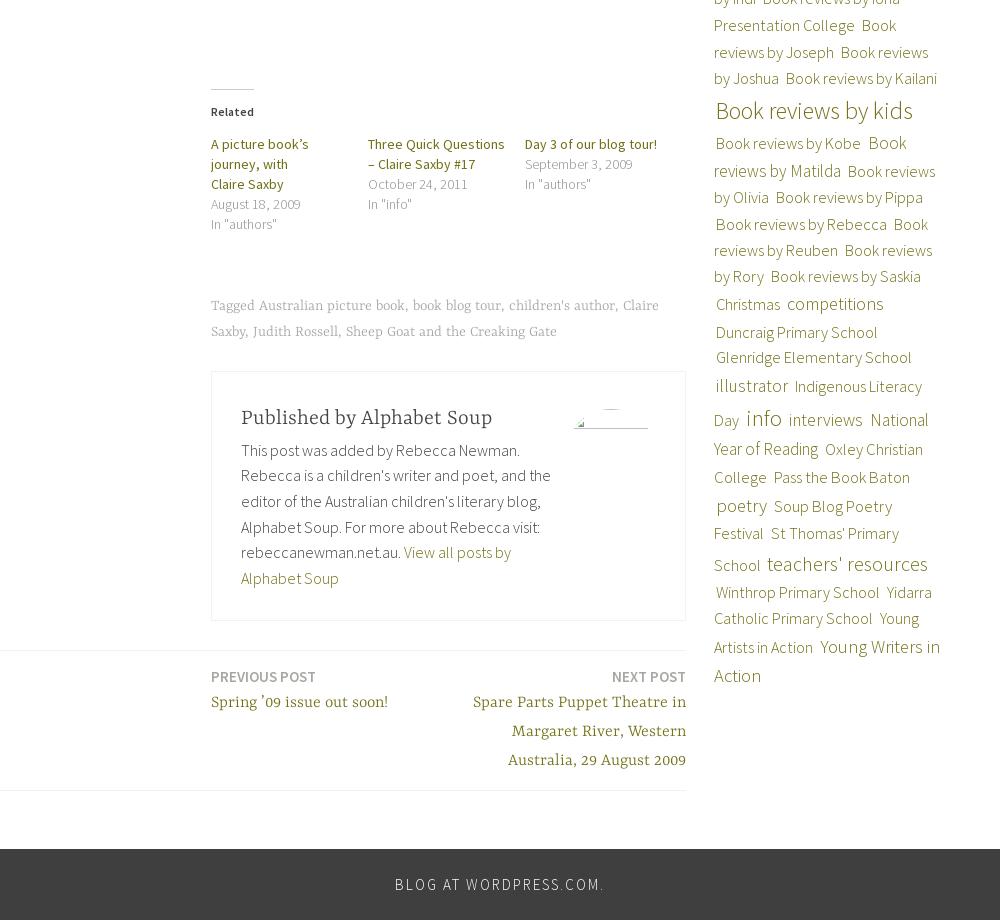 This screenshot has height=920, width=1000. What do you see at coordinates (239, 416) in the screenshot?
I see `'Published by'` at bounding box center [239, 416].